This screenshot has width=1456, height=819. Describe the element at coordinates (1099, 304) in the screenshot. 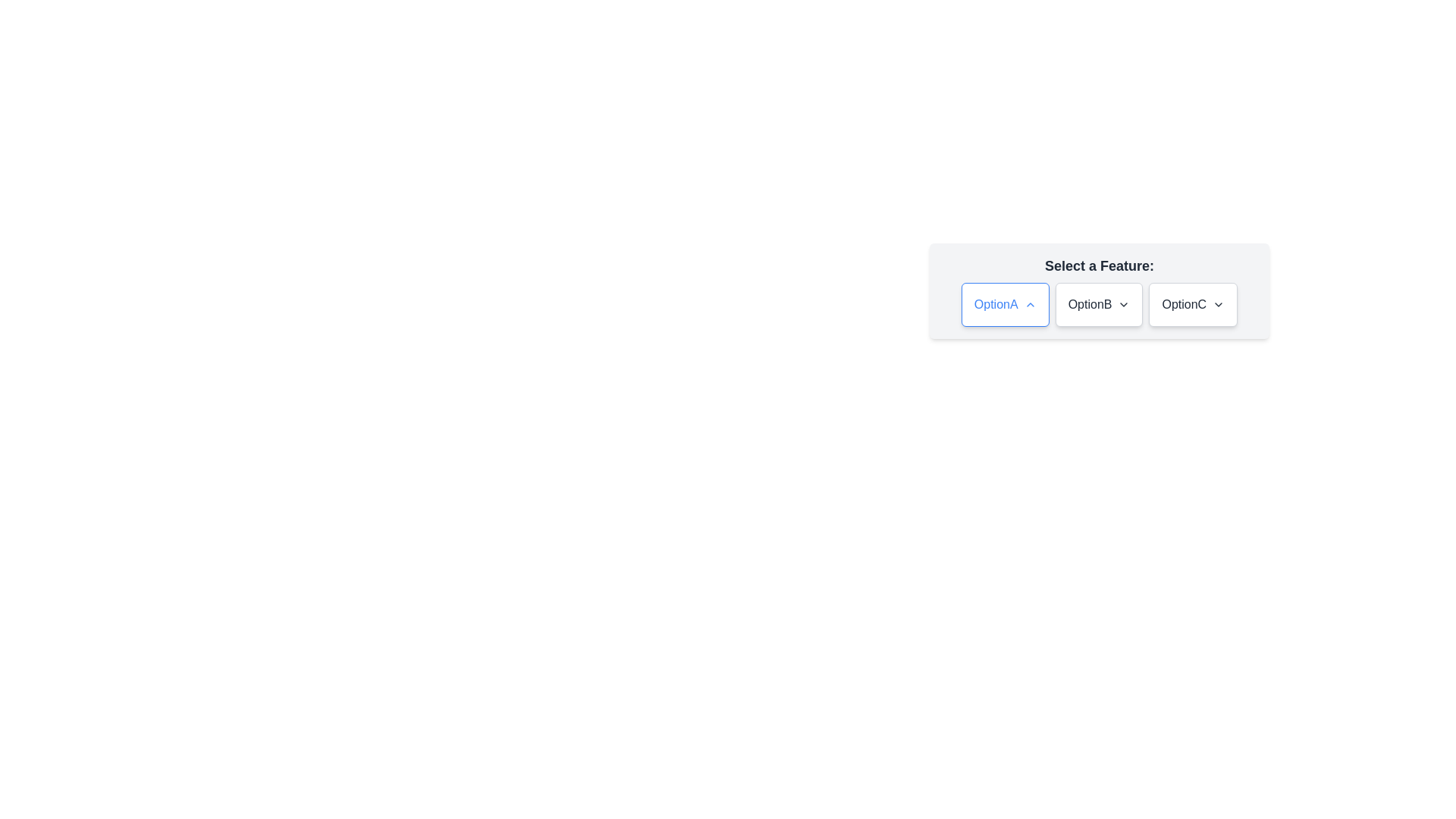

I see `the 'OptionB' button to observe any tooltip or visual feedback` at that location.